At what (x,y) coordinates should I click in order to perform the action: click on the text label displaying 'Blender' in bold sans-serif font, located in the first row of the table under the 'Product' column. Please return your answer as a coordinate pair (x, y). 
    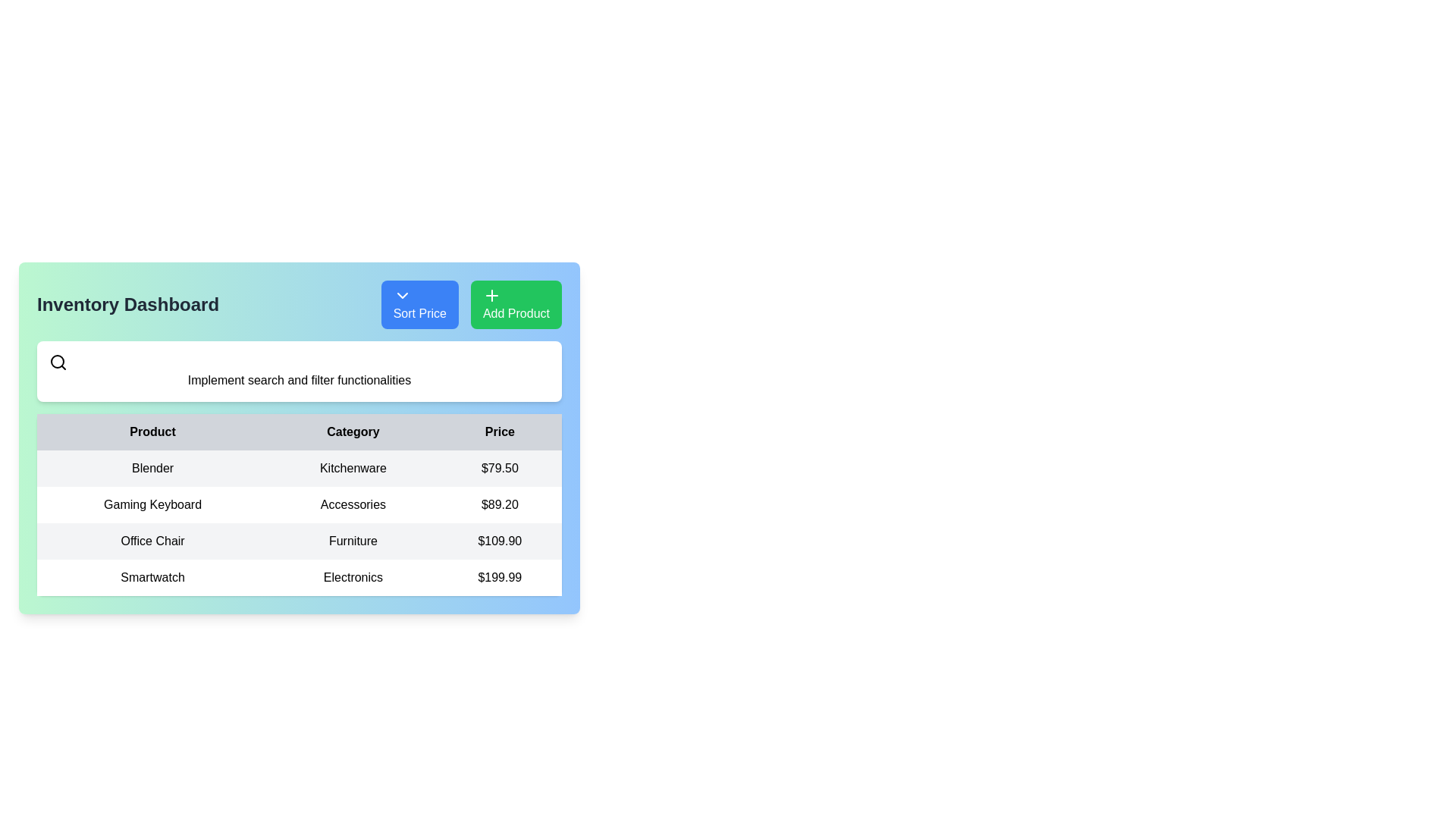
    Looking at the image, I should click on (152, 467).